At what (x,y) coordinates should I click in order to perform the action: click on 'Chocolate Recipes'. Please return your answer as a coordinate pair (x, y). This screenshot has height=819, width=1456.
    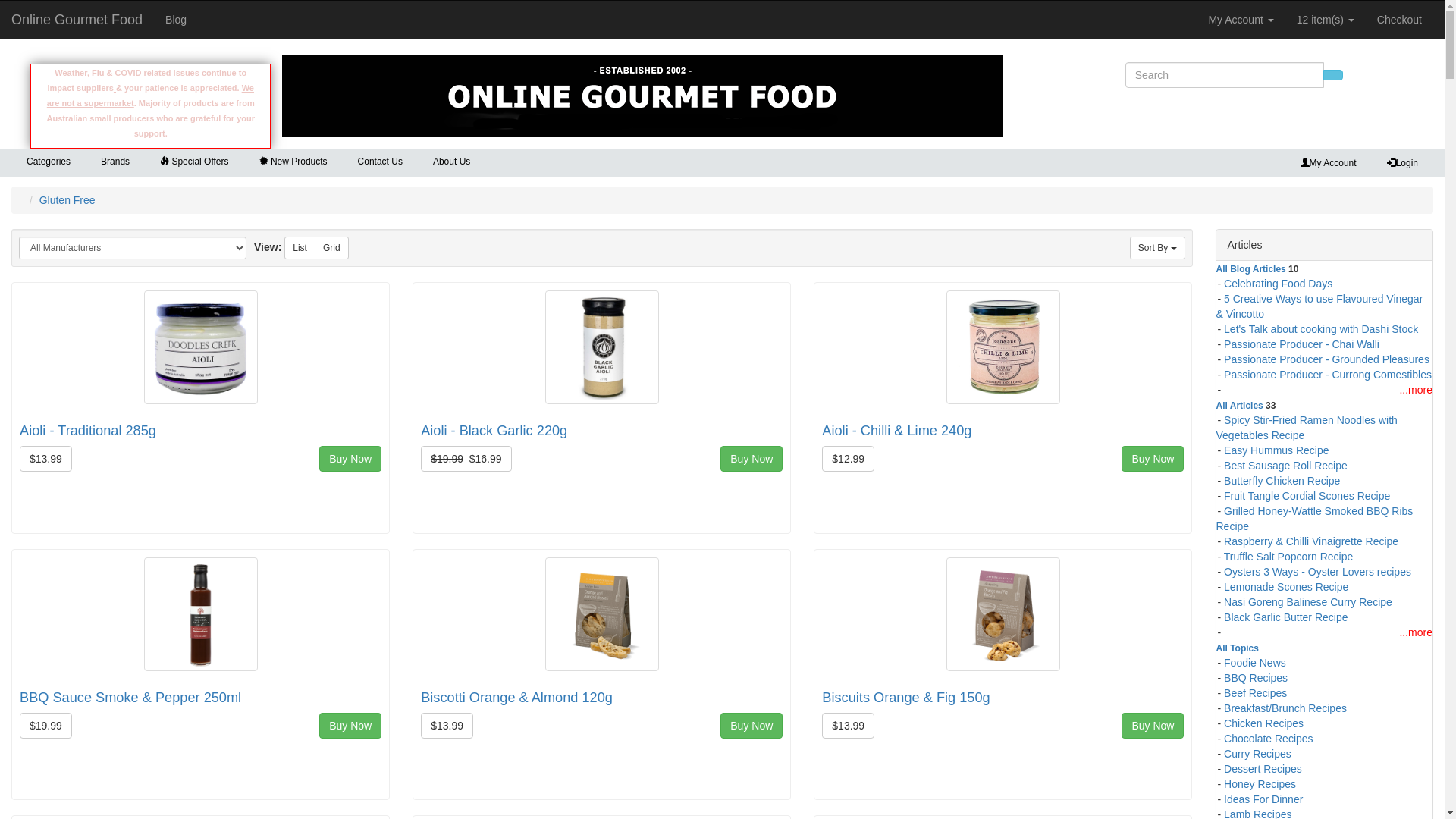
    Looking at the image, I should click on (1269, 736).